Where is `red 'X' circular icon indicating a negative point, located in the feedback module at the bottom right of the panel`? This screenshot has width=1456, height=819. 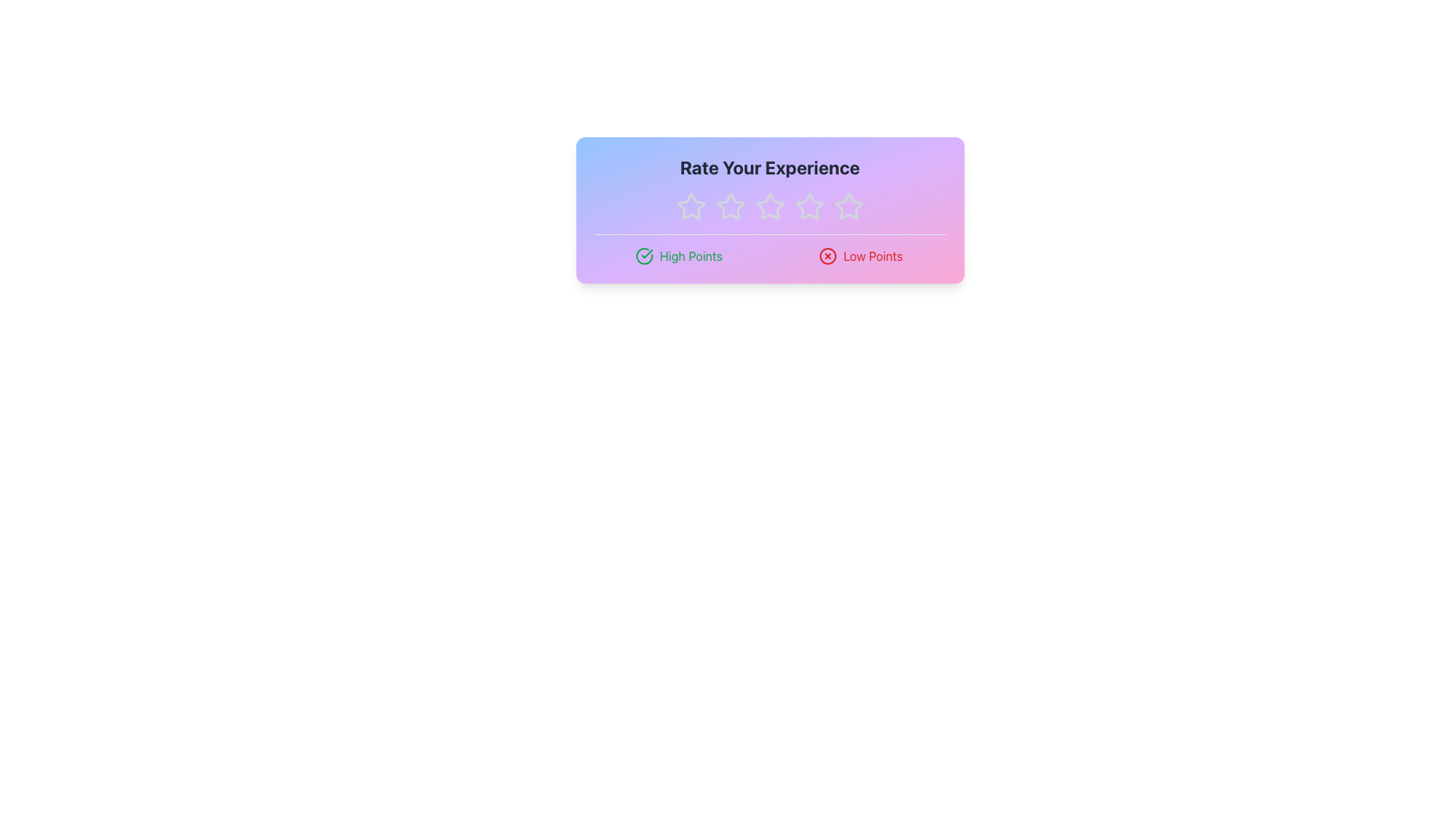
red 'X' circular icon indicating a negative point, located in the feedback module at the bottom right of the panel is located at coordinates (827, 256).